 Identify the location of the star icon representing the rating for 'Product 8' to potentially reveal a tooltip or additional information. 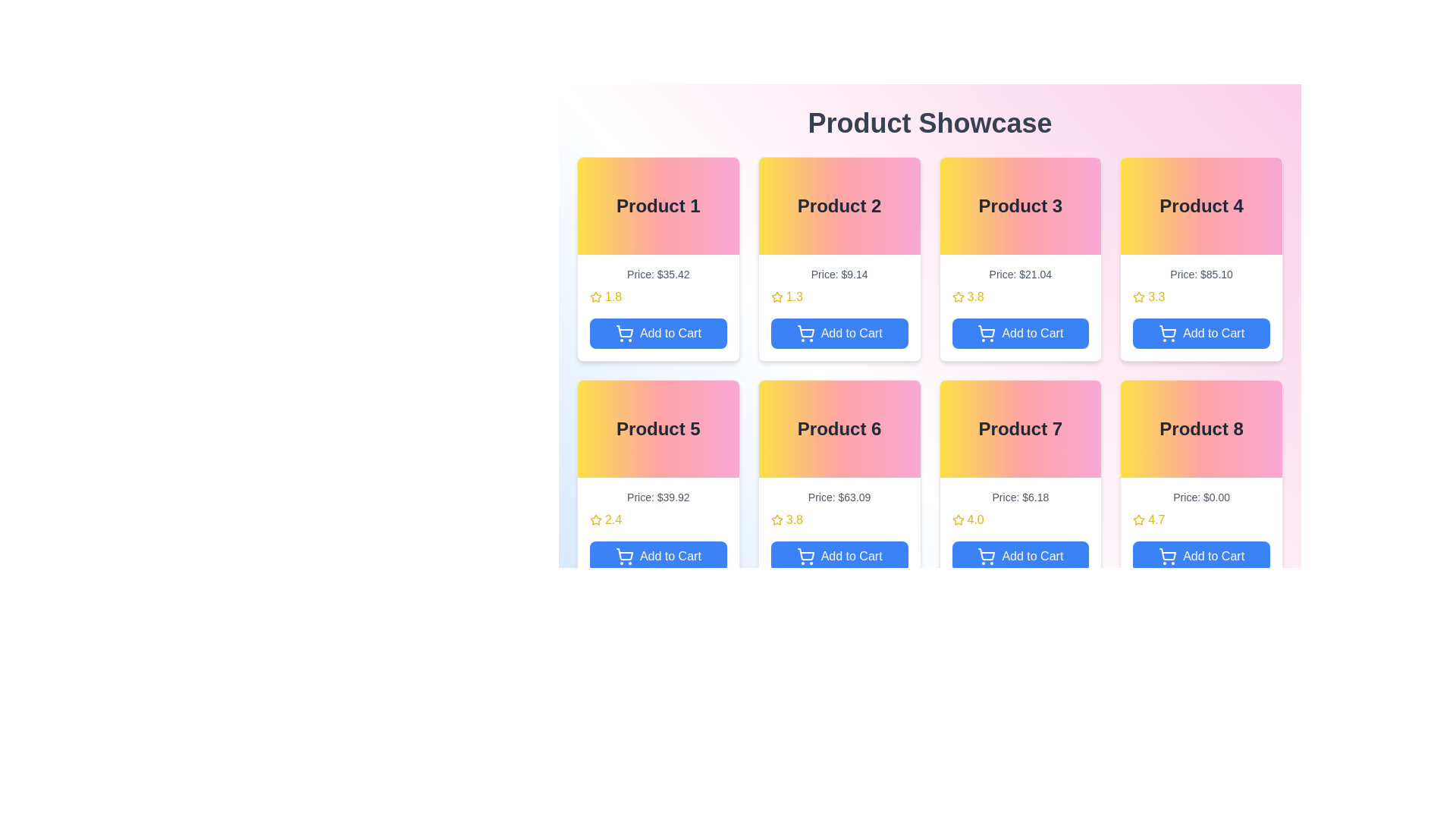
(1139, 519).